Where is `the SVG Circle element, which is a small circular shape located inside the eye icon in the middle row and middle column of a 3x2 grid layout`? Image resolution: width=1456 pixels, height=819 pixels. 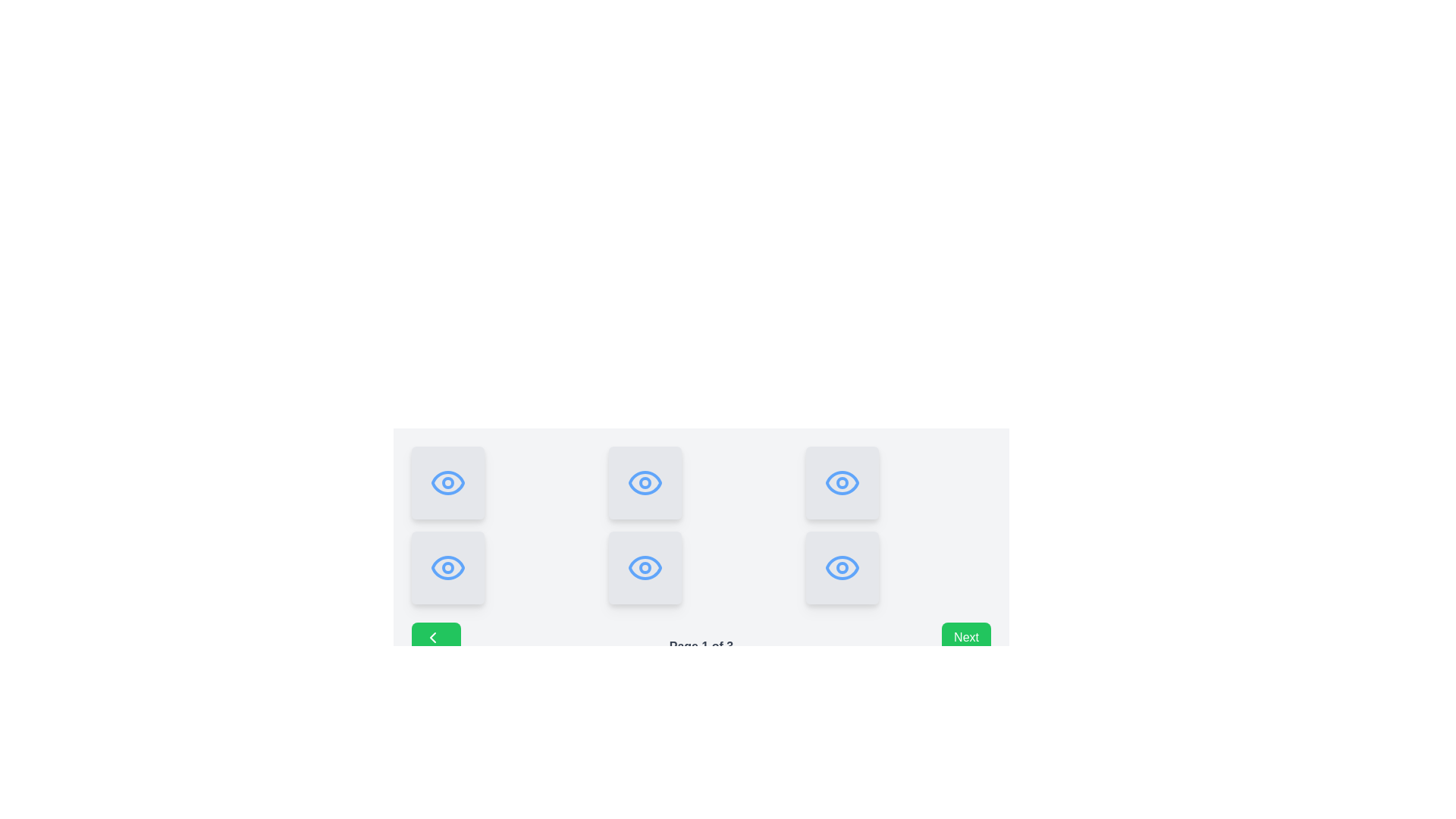 the SVG Circle element, which is a small circular shape located inside the eye icon in the middle row and middle column of a 3x2 grid layout is located at coordinates (645, 567).